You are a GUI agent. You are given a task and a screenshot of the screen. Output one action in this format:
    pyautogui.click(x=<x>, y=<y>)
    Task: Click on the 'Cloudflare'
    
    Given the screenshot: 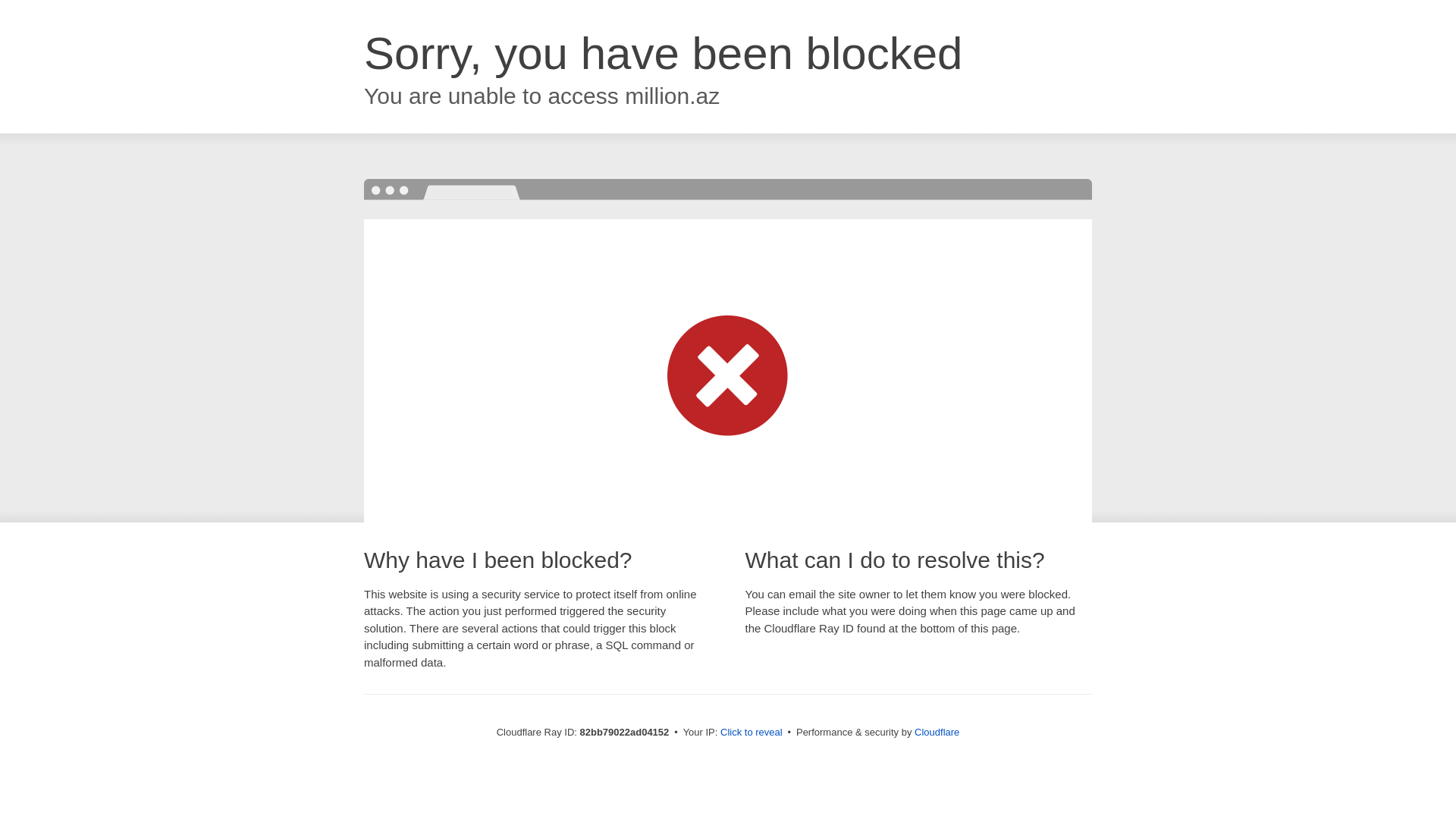 What is the action you would take?
    pyautogui.click(x=936, y=731)
    